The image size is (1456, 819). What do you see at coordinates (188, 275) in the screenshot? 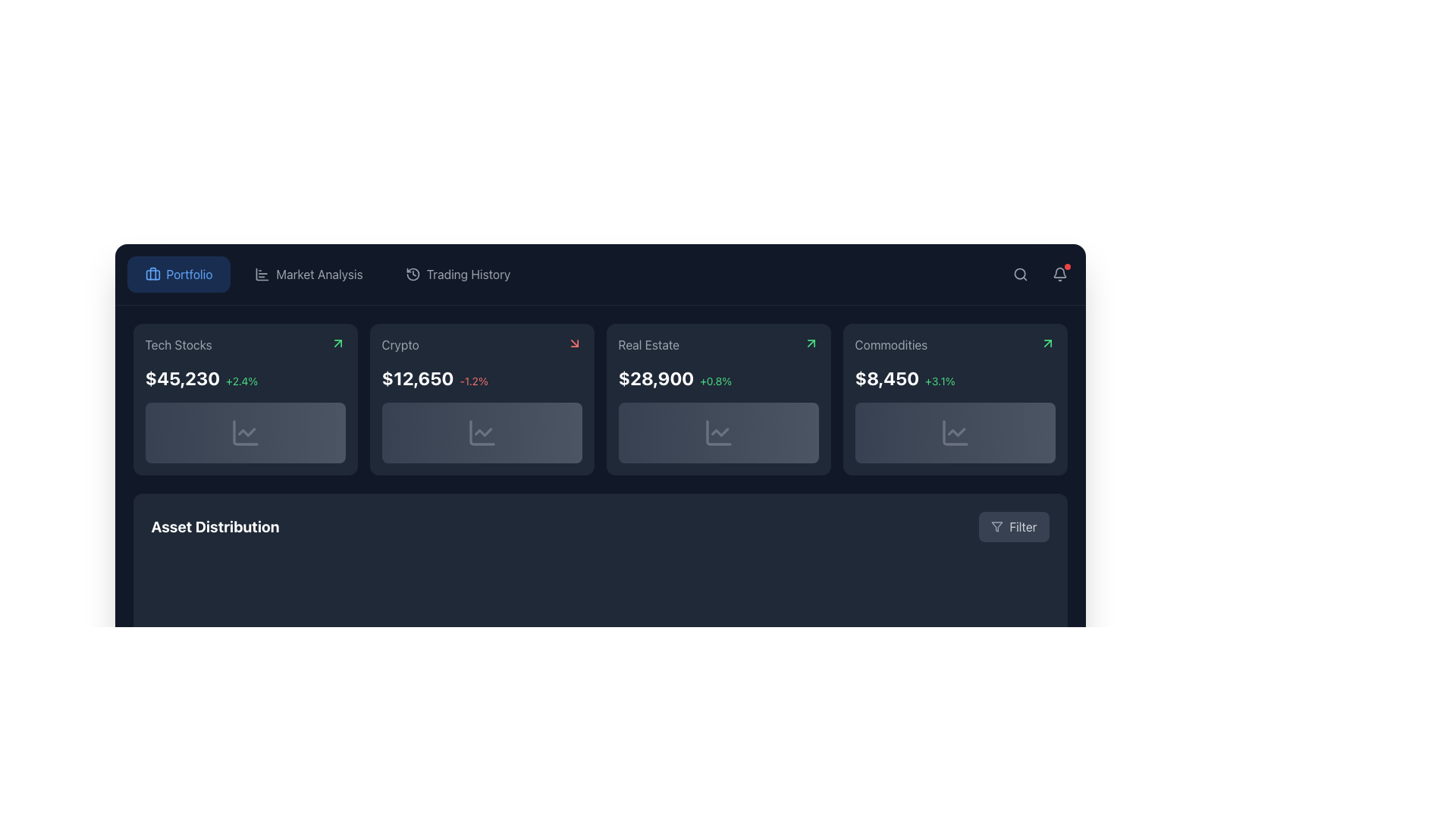
I see `text label that describes the purpose of the 'Portfolio' button, which is positioned to the right of a briefcase icon` at bounding box center [188, 275].